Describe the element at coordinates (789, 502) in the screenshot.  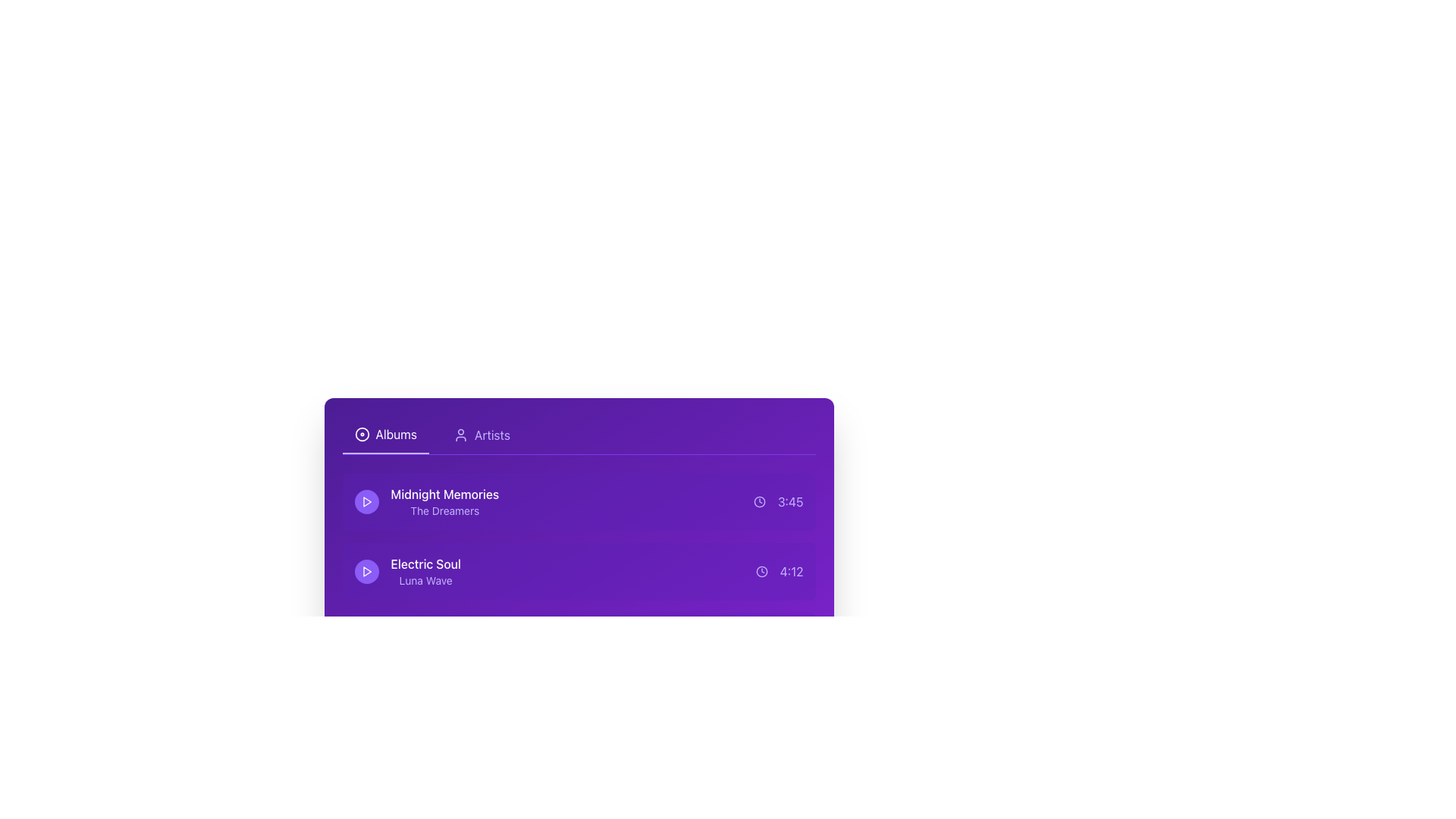
I see `the text indicating the duration or length of a music track in the playlist, which is positioned to the right of a clock icon and aligned with the first track's metadata` at that location.